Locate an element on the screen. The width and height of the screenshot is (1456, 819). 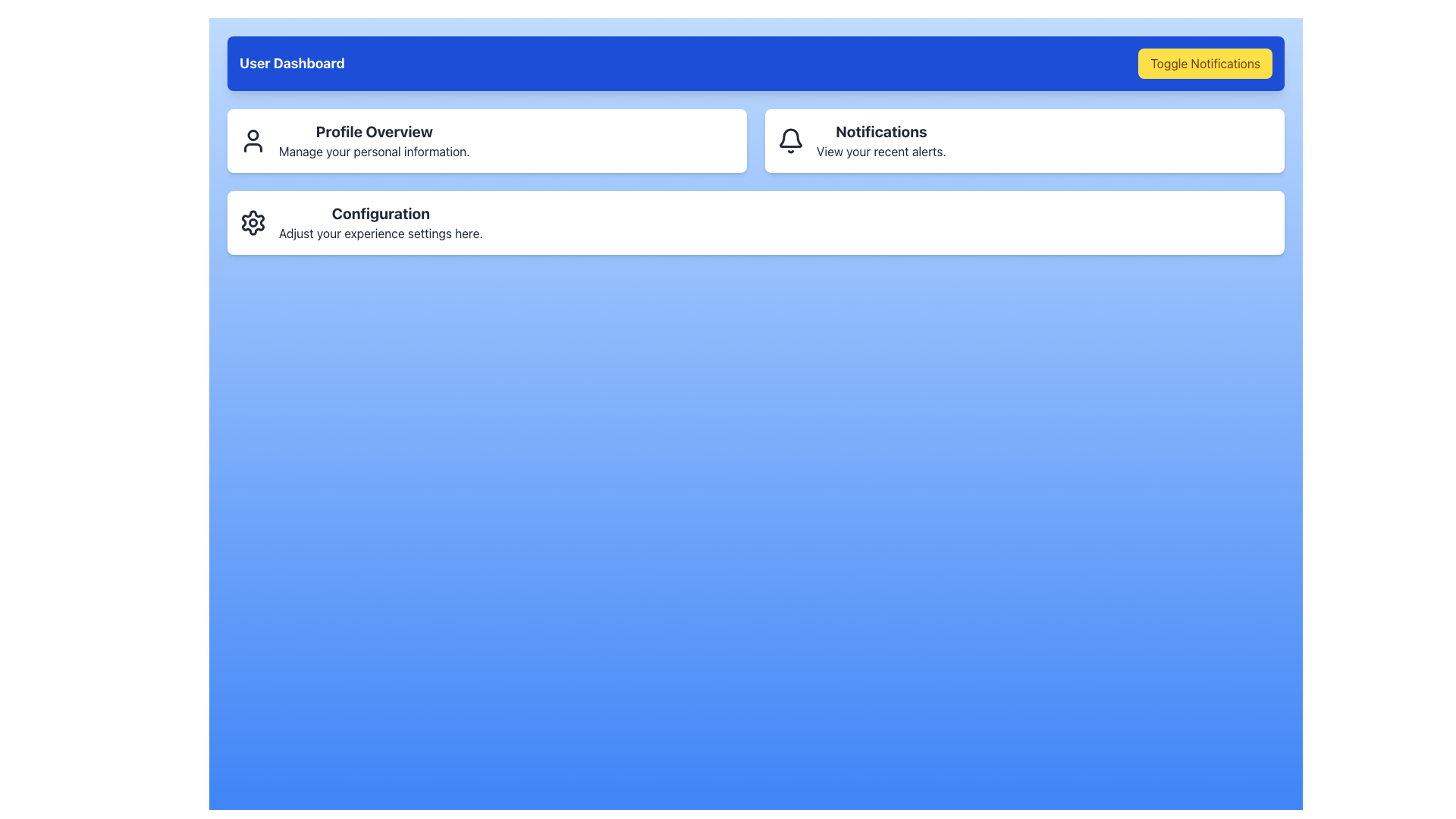
the decorative circular component located centrally within the settings cog icon in the Configuration section of the User Dashboard is located at coordinates (253, 222).